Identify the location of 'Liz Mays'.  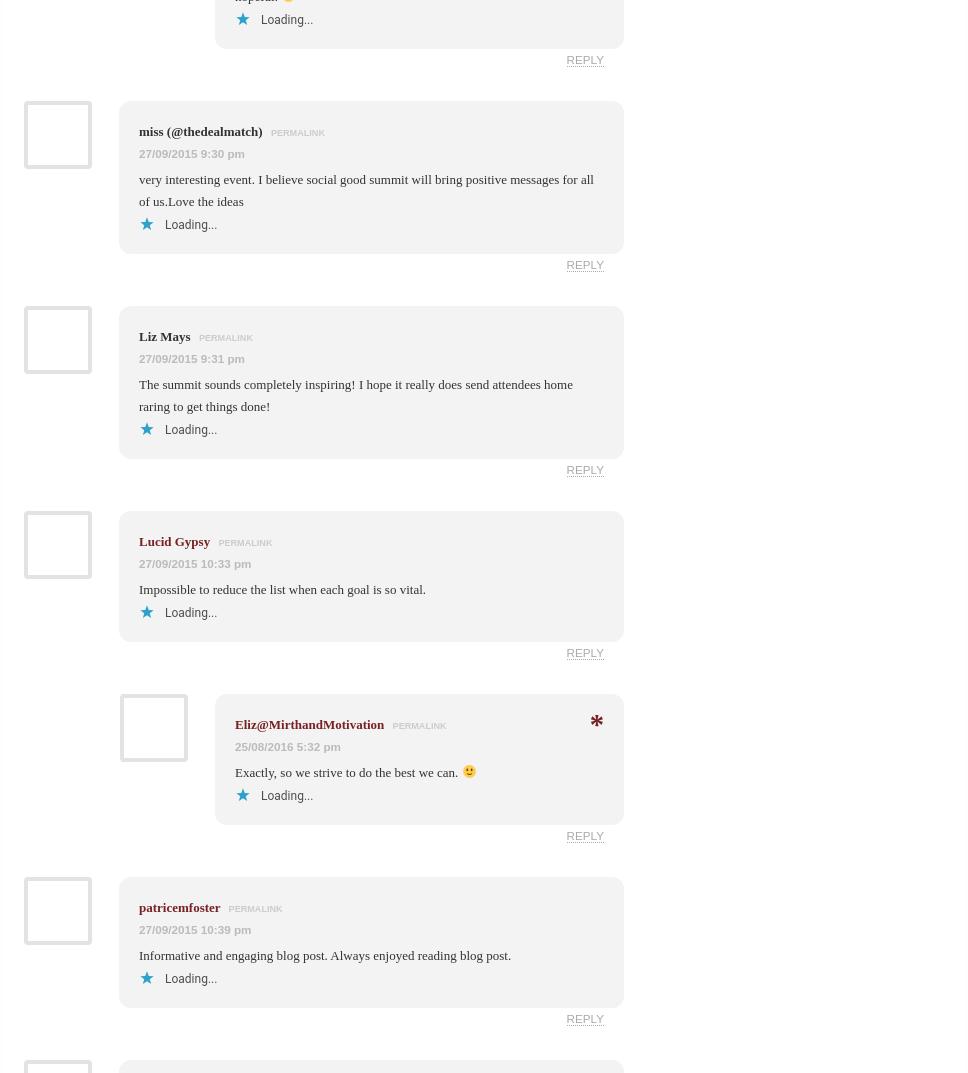
(166, 335).